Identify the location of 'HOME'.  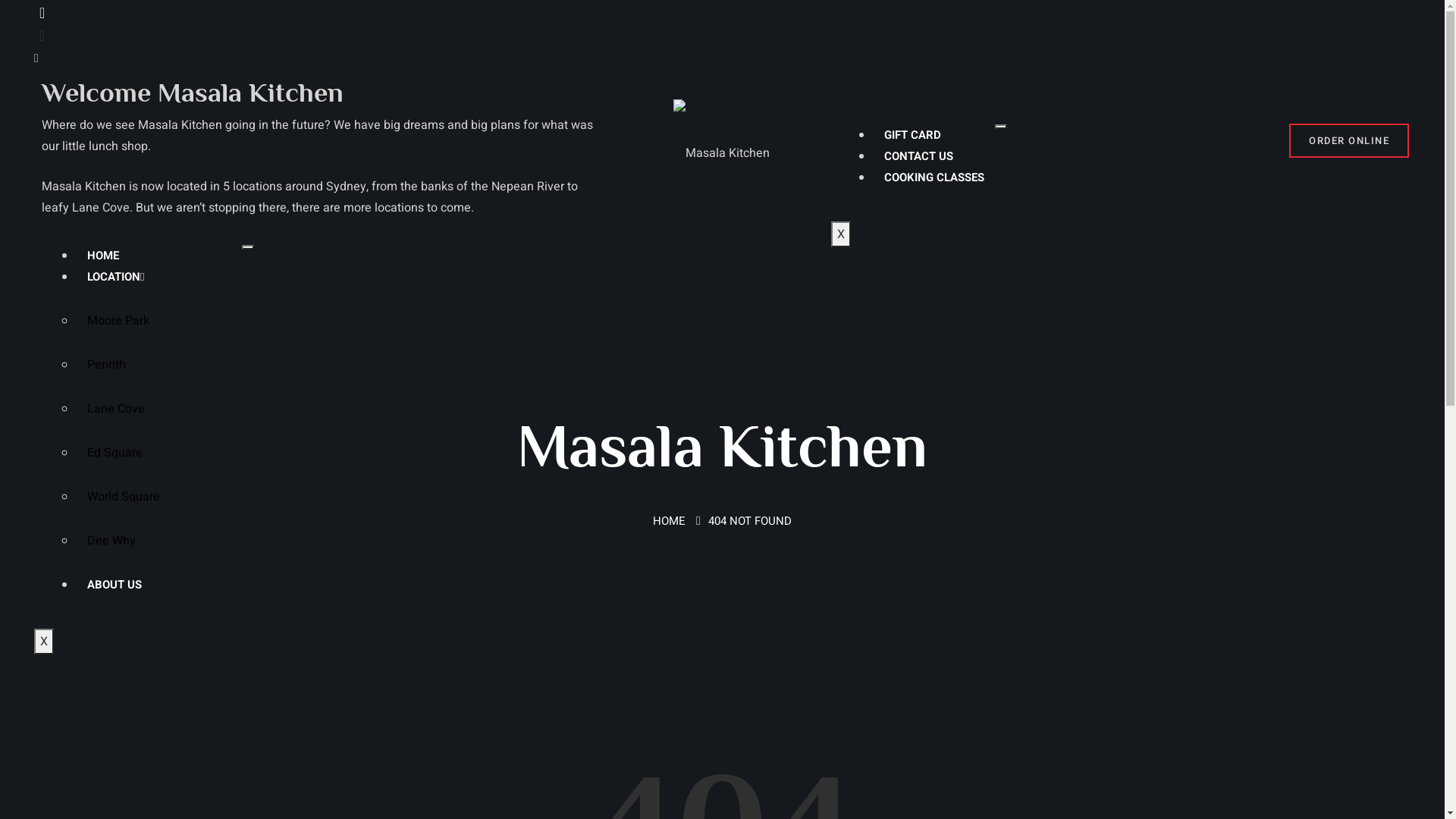
(668, 519).